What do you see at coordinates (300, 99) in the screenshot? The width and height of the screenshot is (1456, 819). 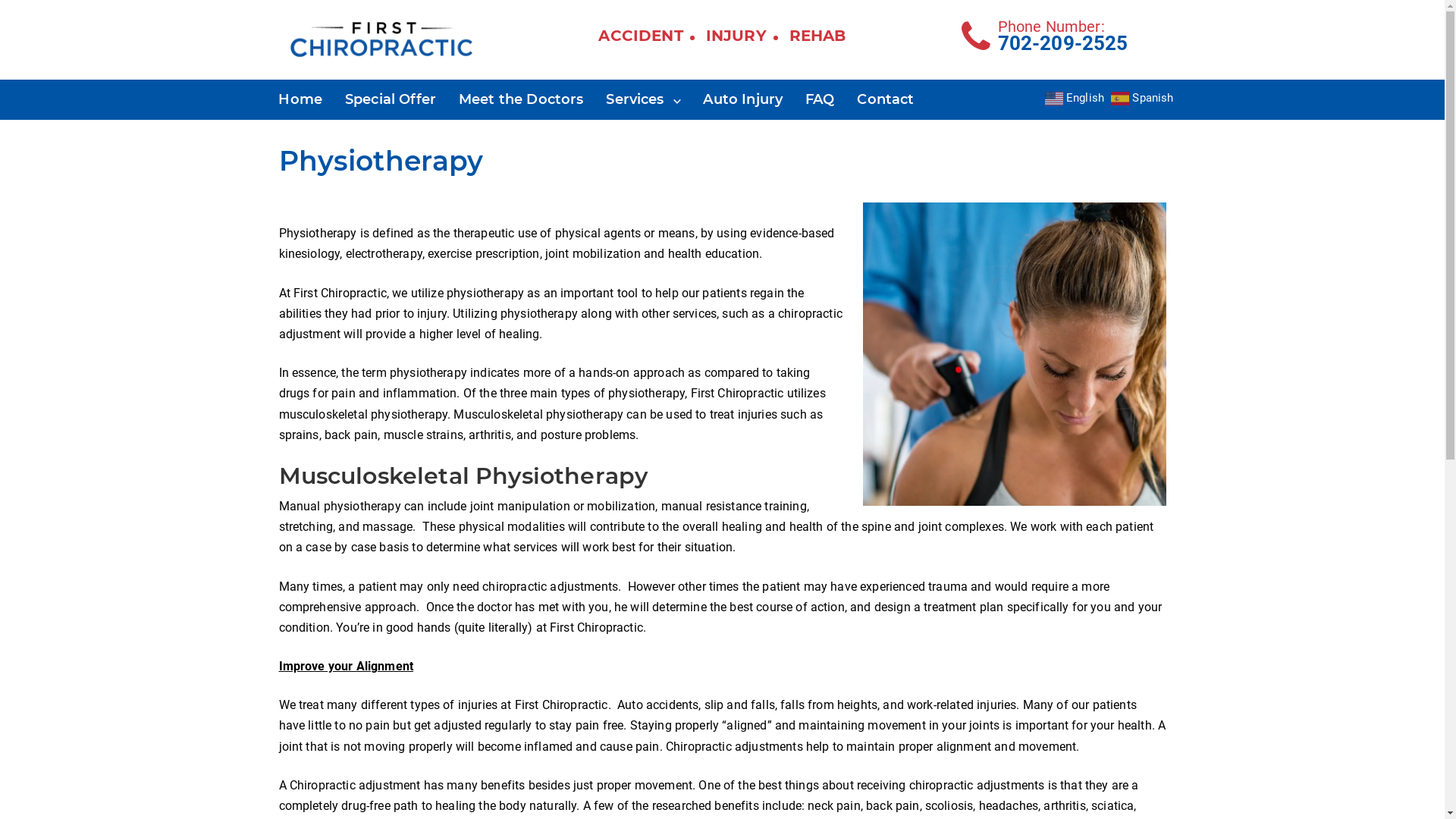 I see `'Home'` at bounding box center [300, 99].